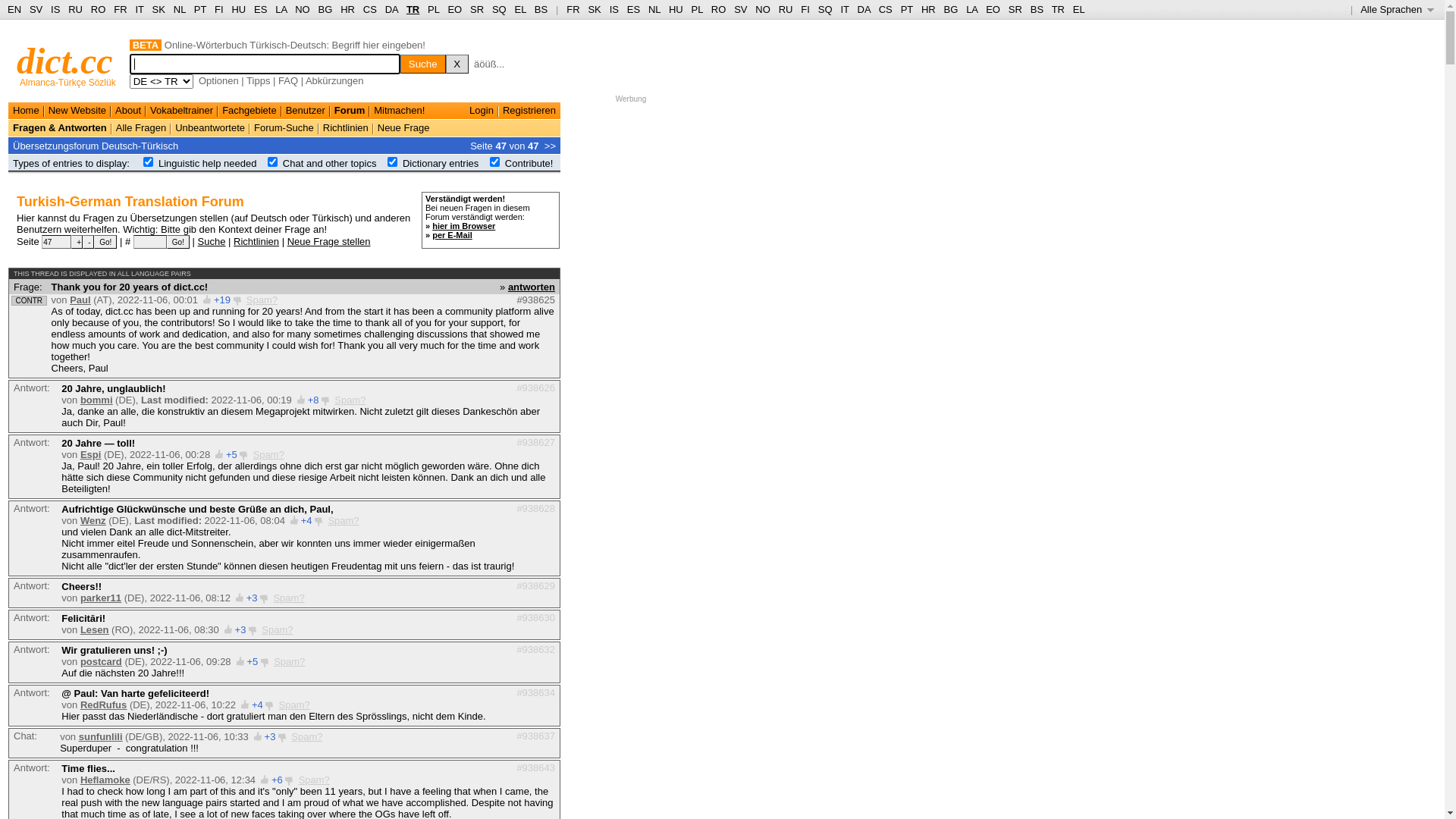 Image resolution: width=1456 pixels, height=819 pixels. I want to click on '+3', so click(240, 629).